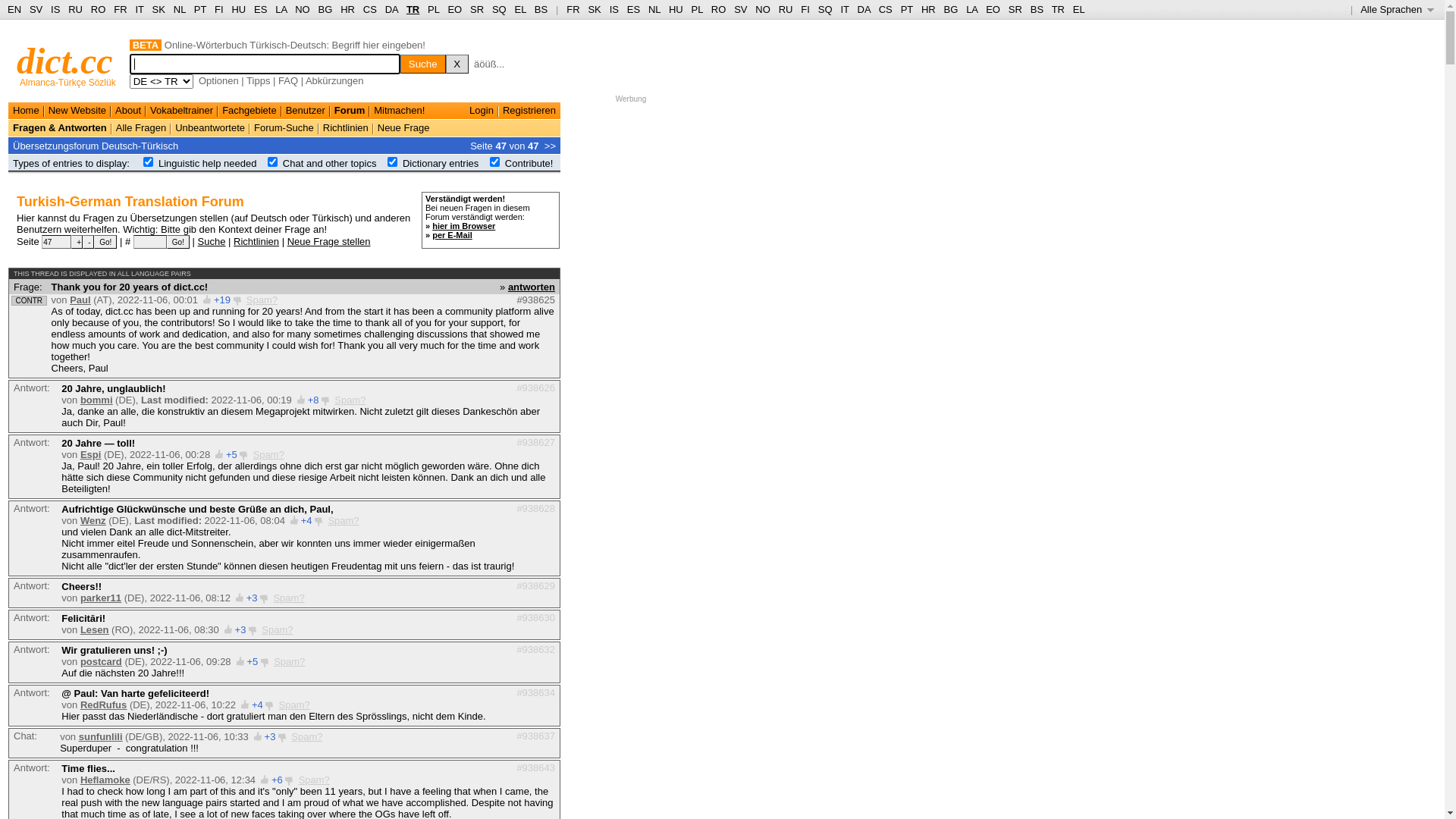 Image resolution: width=1456 pixels, height=819 pixels. I want to click on '+3', so click(240, 629).